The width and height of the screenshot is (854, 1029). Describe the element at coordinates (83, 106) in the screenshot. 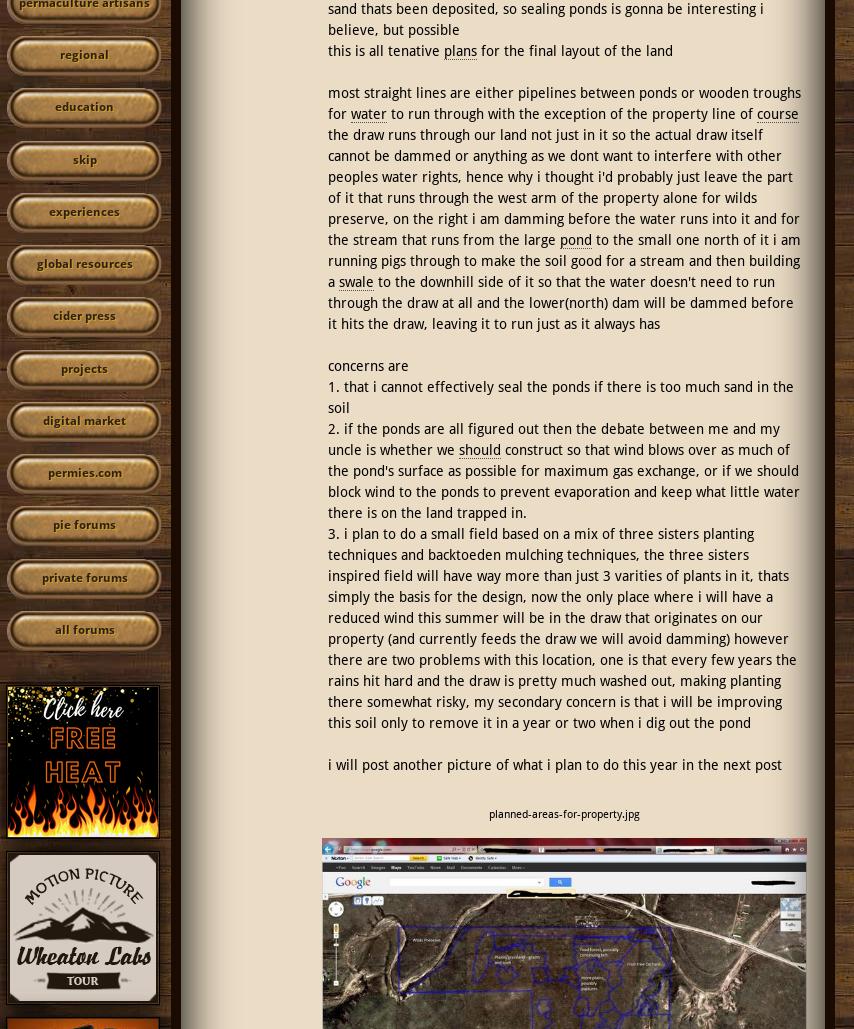

I see `'education'` at that location.